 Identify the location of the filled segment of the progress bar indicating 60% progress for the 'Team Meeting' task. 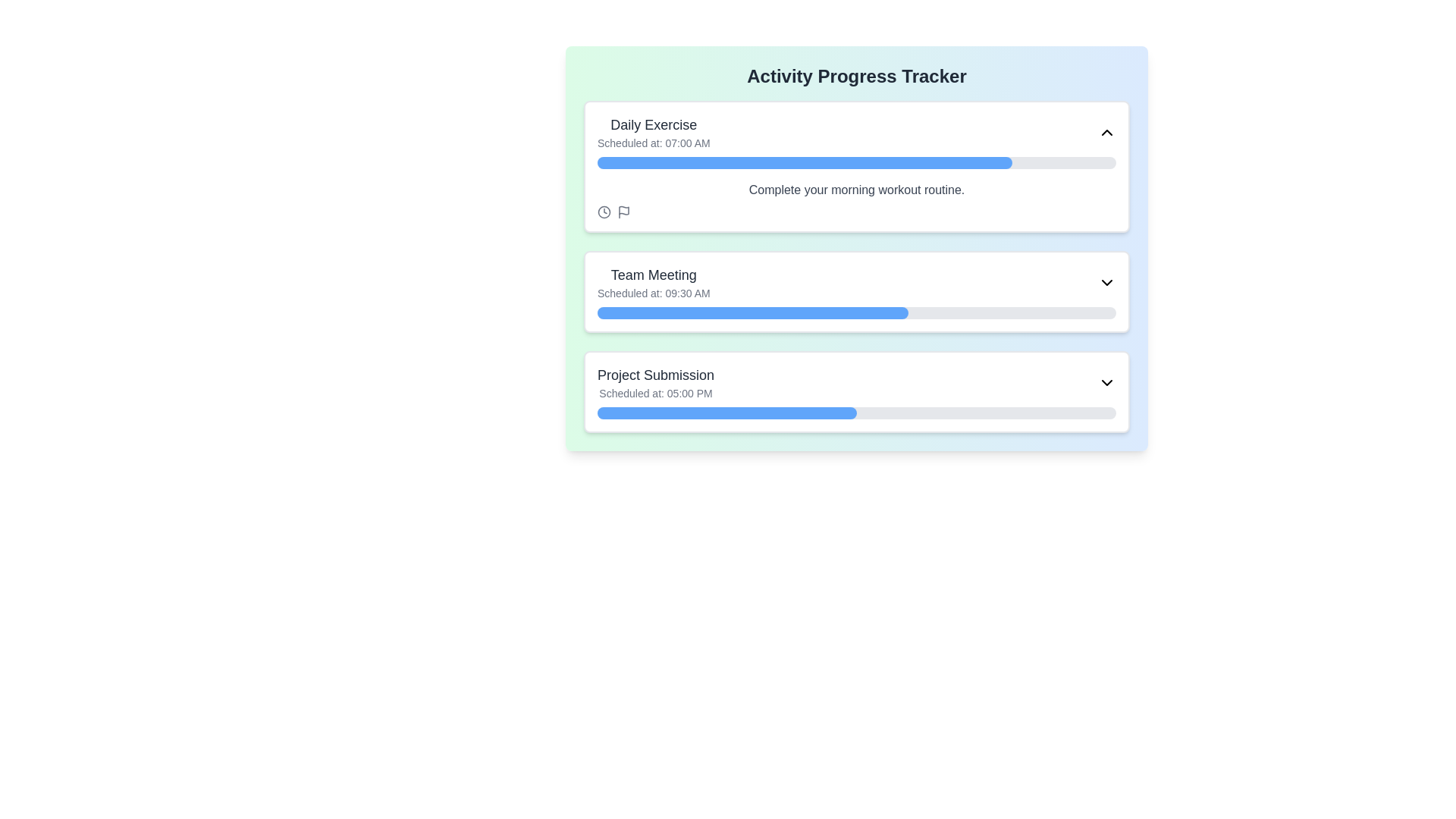
(753, 312).